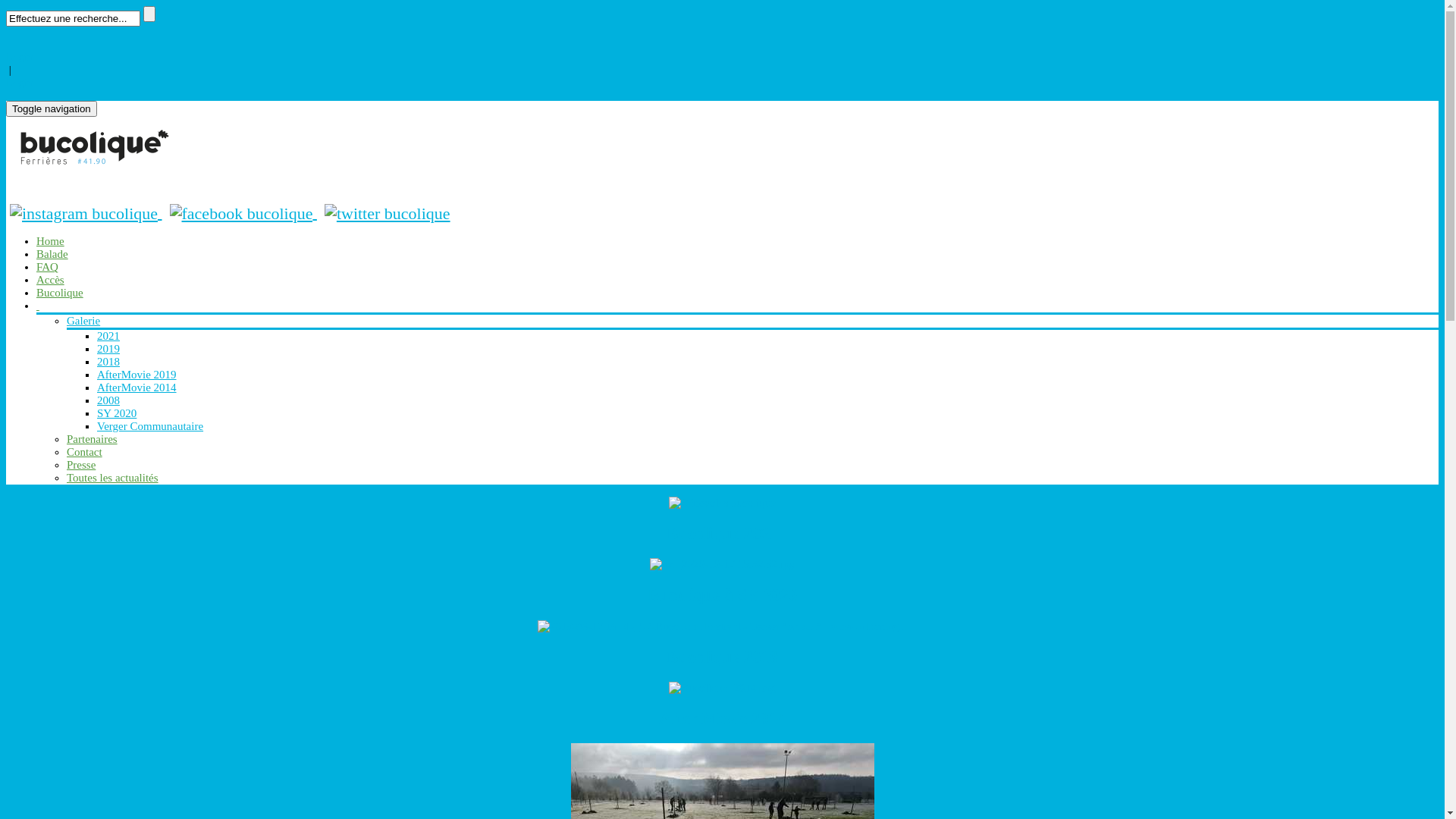  Describe the element at coordinates (36, 253) in the screenshot. I see `'Balade'` at that location.